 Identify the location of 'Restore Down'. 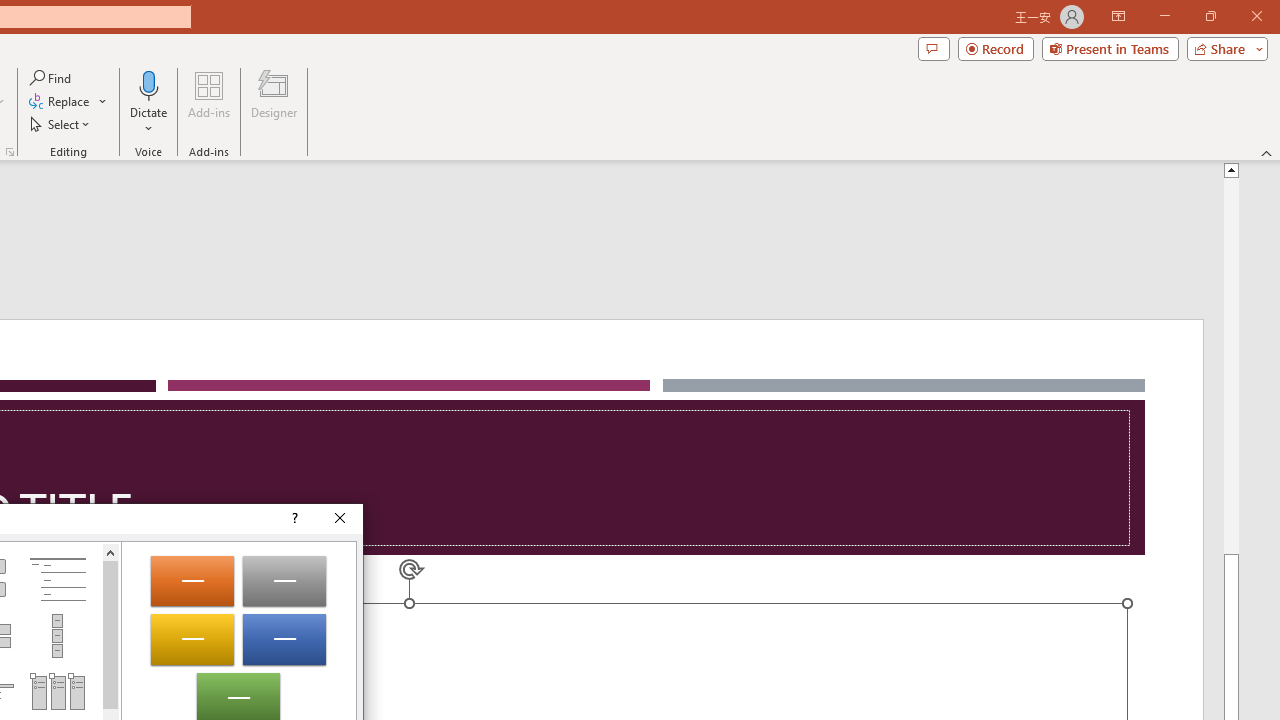
(1209, 16).